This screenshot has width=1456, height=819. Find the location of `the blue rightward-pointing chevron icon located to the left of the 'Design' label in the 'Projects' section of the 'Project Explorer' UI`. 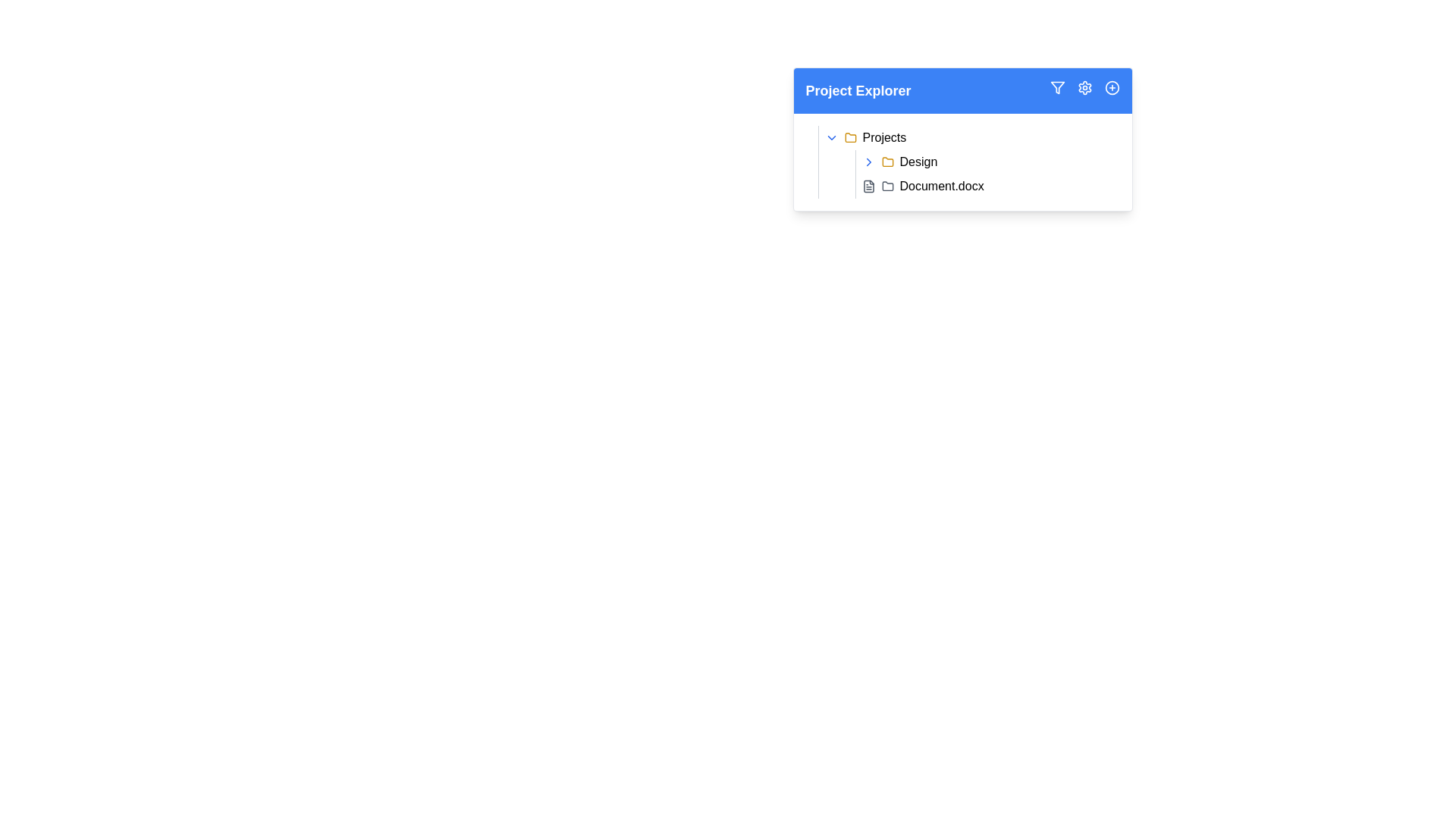

the blue rightward-pointing chevron icon located to the left of the 'Design' label in the 'Projects' section of the 'Project Explorer' UI is located at coordinates (868, 162).